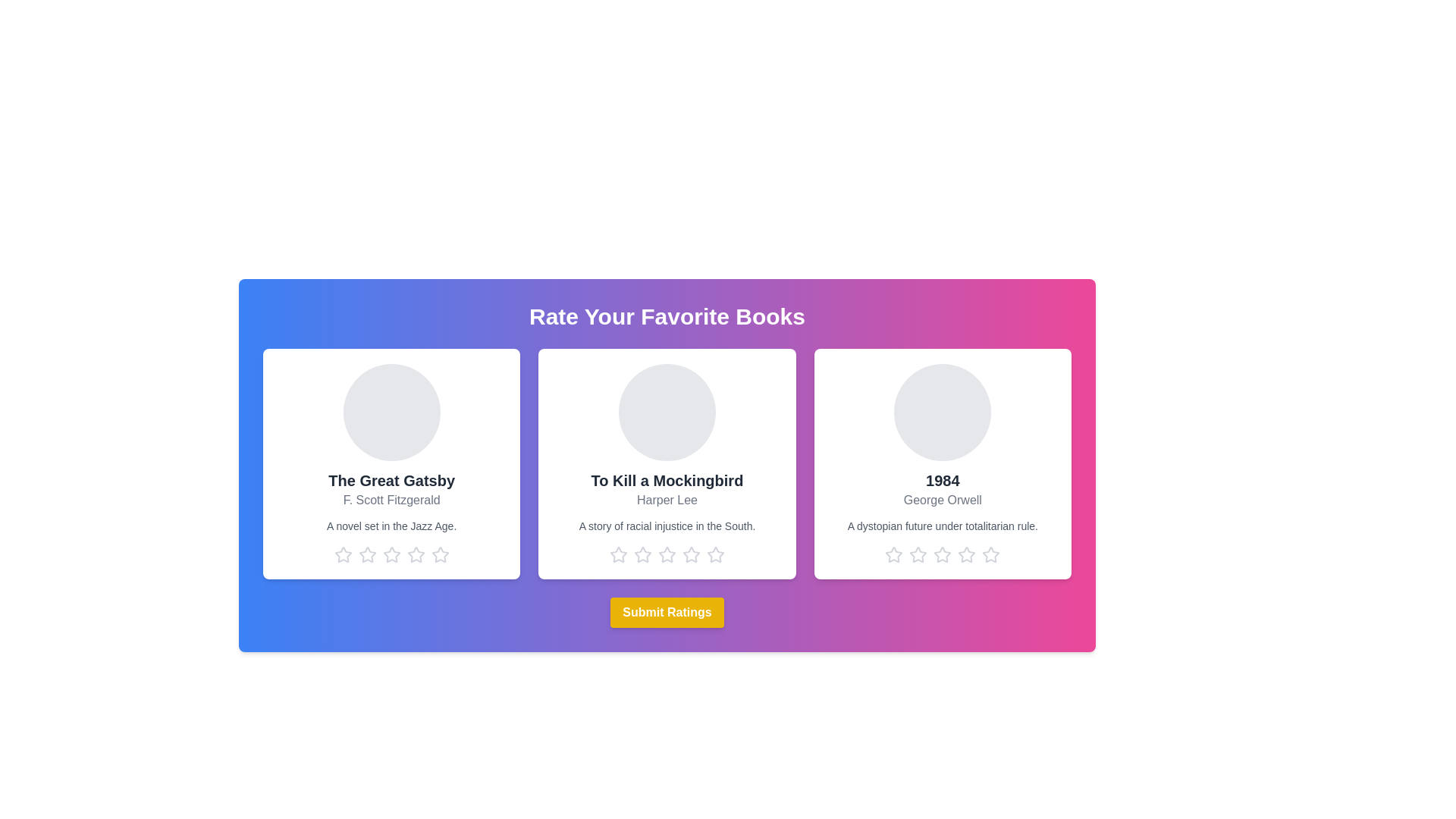 The image size is (1456, 819). What do you see at coordinates (619, 555) in the screenshot?
I see `the star corresponding to the rating 1 for the book titled To Kill a Mockingbird` at bounding box center [619, 555].